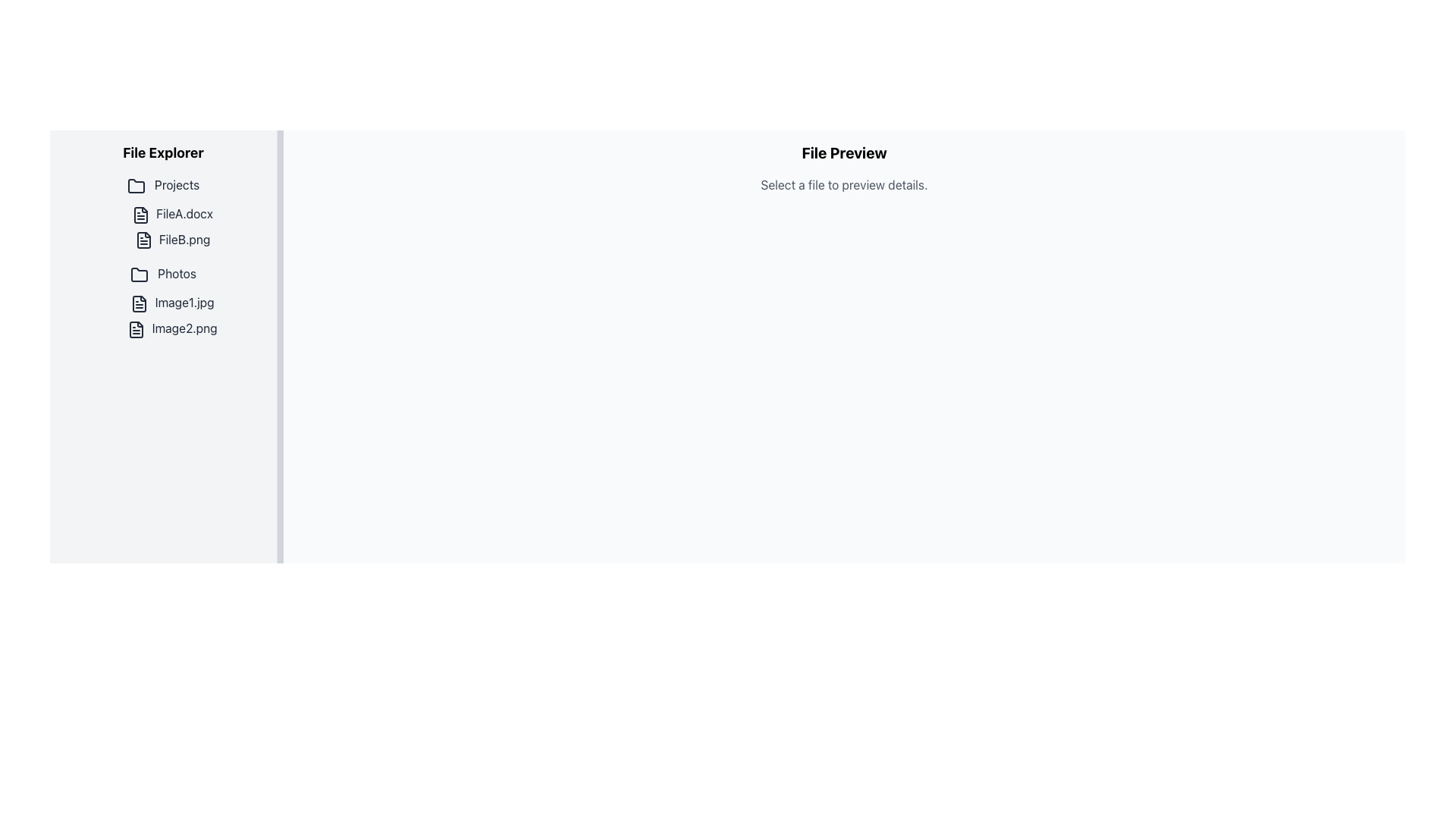 This screenshot has height=819, width=1456. Describe the element at coordinates (136, 185) in the screenshot. I see `the folder icon located in the left-hand panel under the text 'Projects' in the file explorer` at that location.